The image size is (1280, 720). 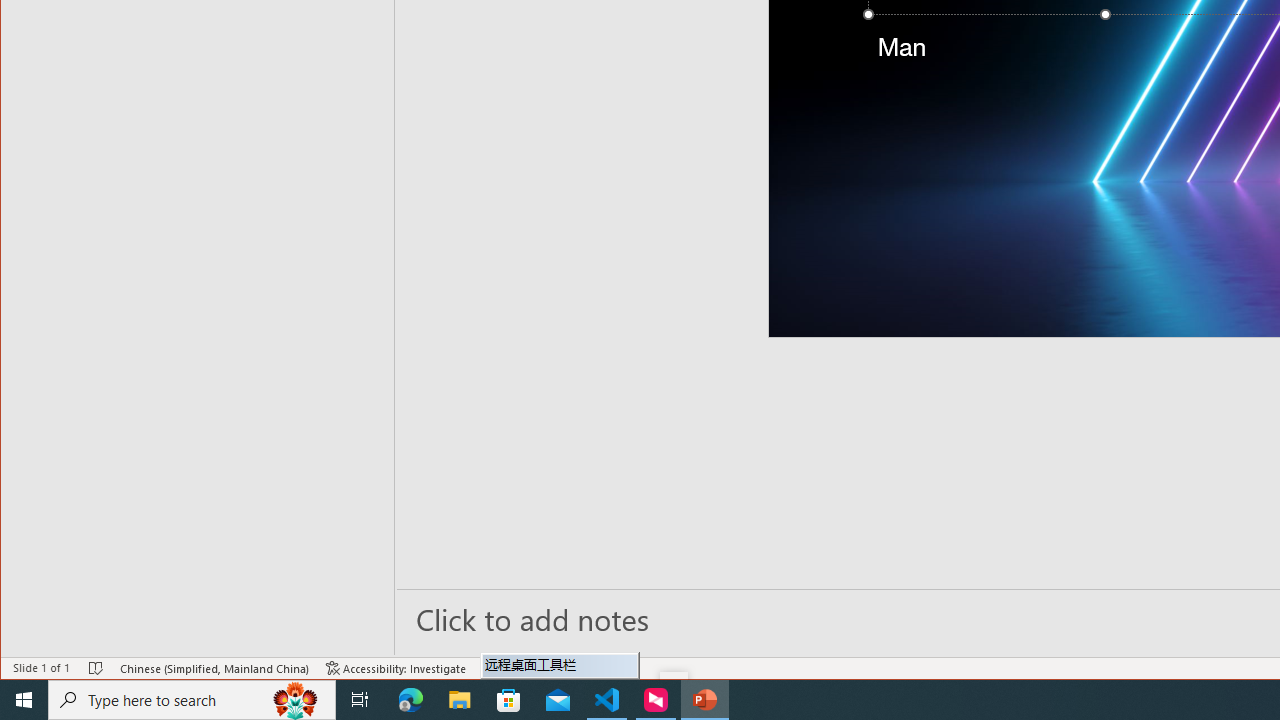 What do you see at coordinates (410, 698) in the screenshot?
I see `'Microsoft Edge'` at bounding box center [410, 698].